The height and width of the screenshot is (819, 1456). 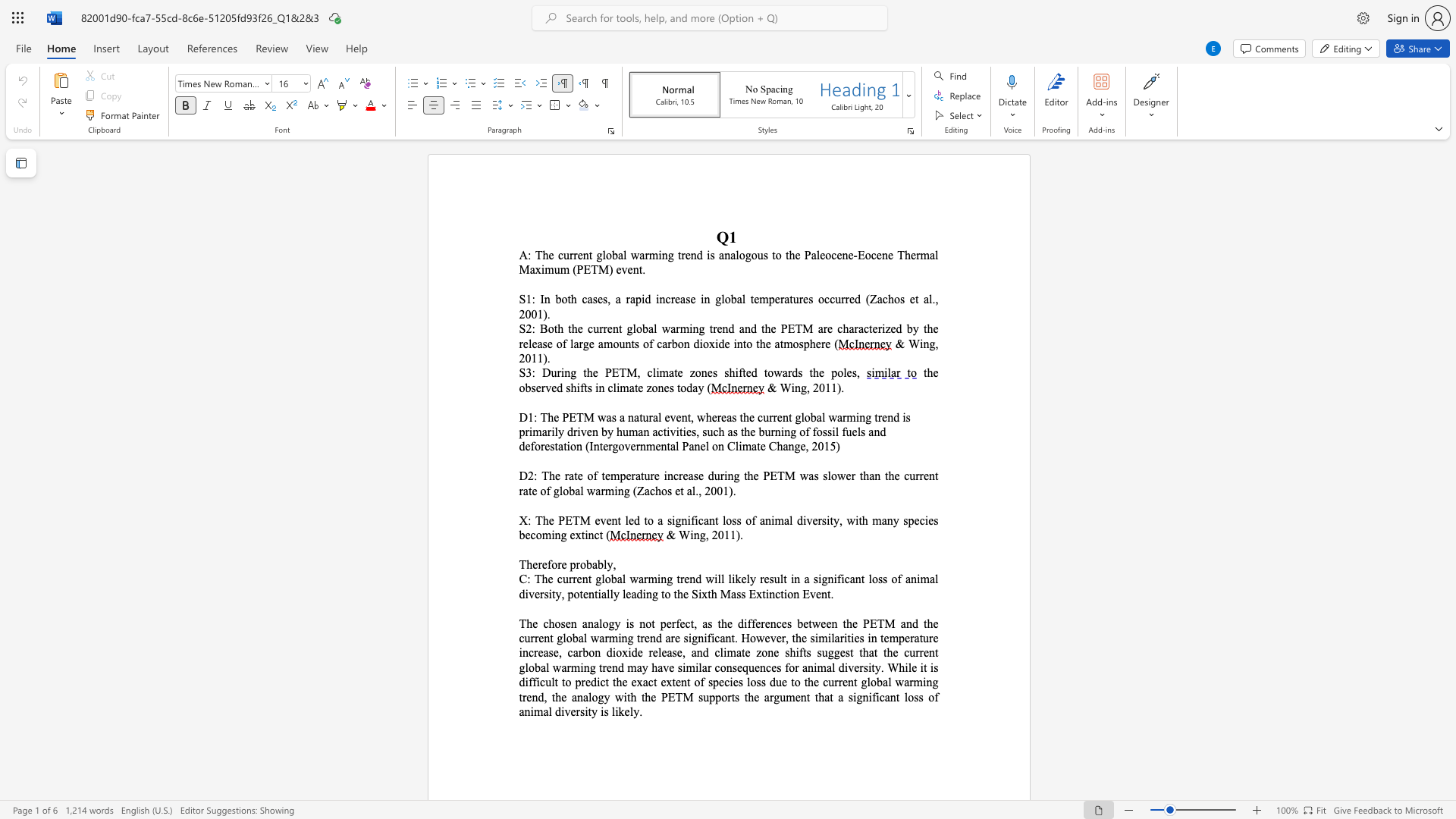 I want to click on the subset text "s," within the text "S3: During the PETM, climate zones shifted towards the poles,", so click(x=852, y=372).